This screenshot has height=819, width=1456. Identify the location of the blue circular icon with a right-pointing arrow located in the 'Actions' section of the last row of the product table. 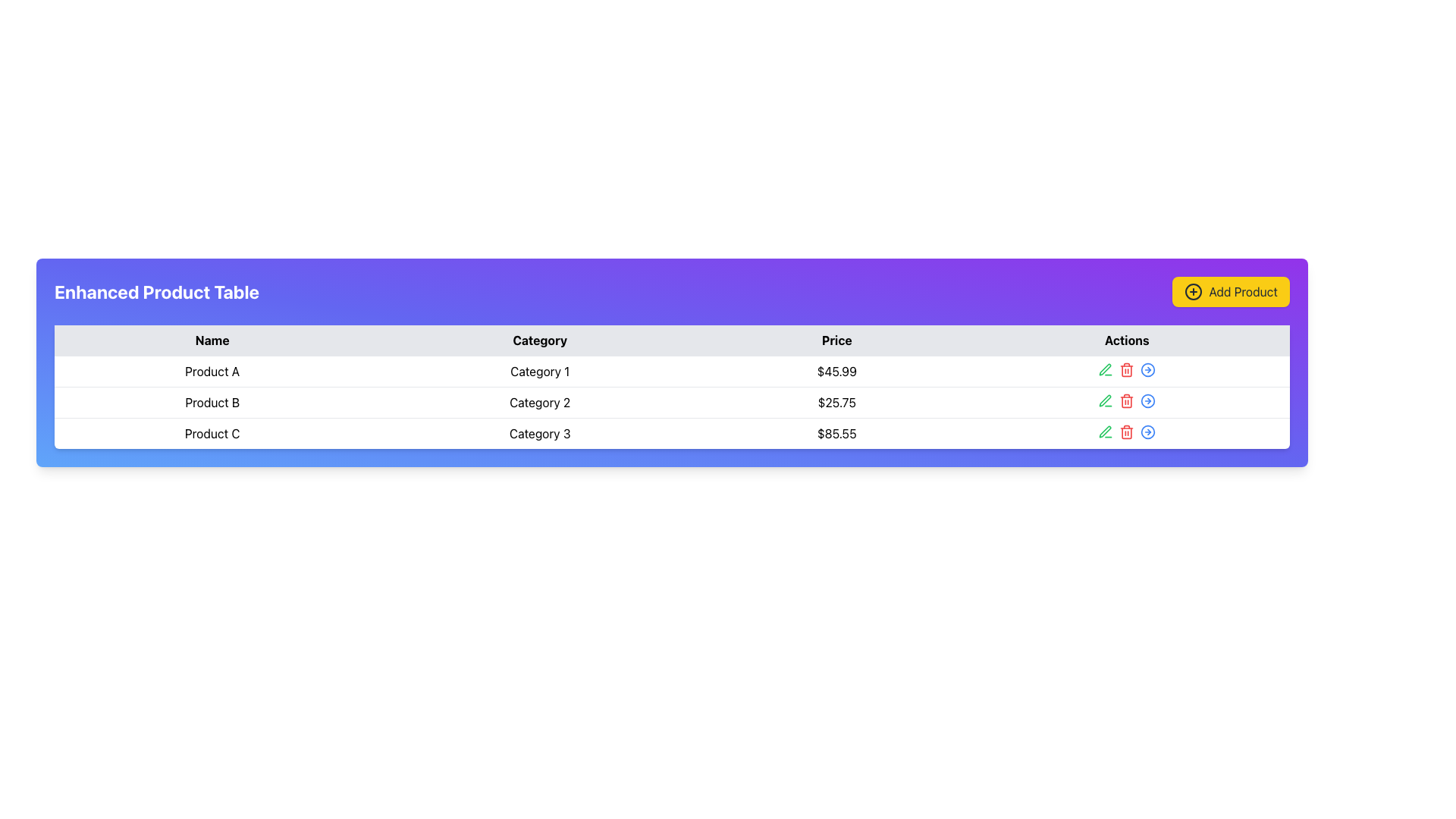
(1148, 432).